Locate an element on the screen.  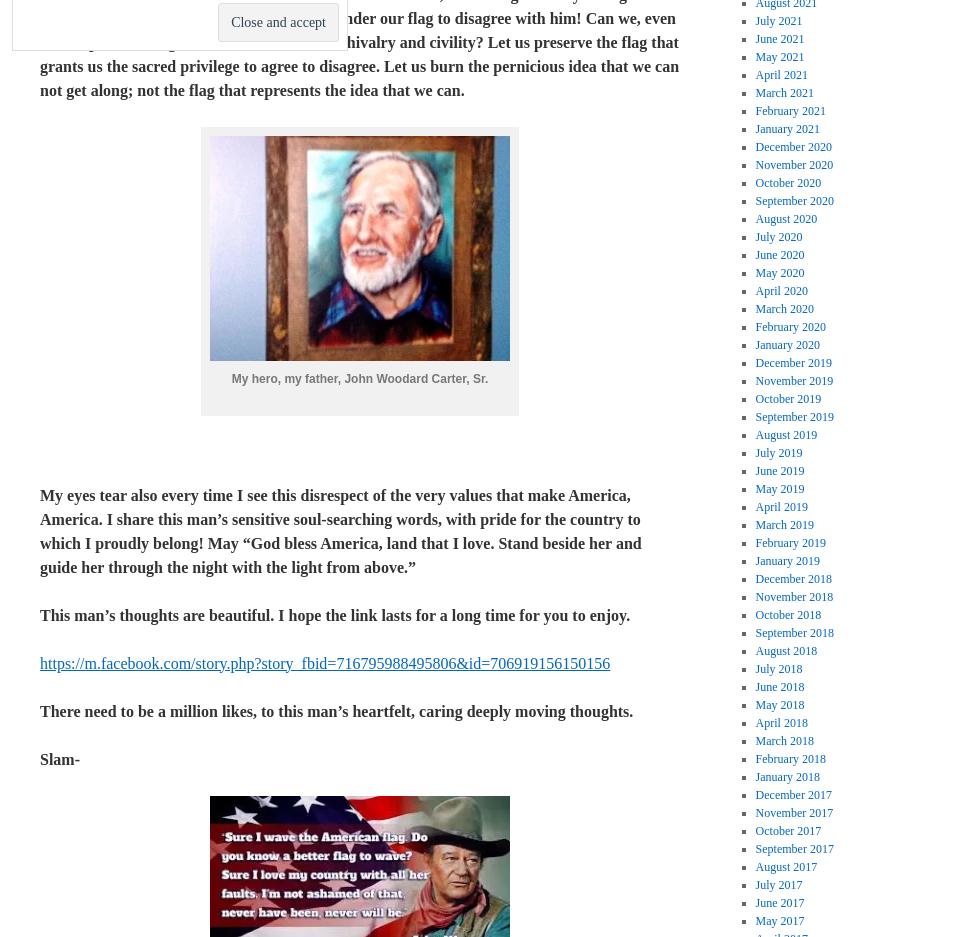
'April 2018' is located at coordinates (754, 721).